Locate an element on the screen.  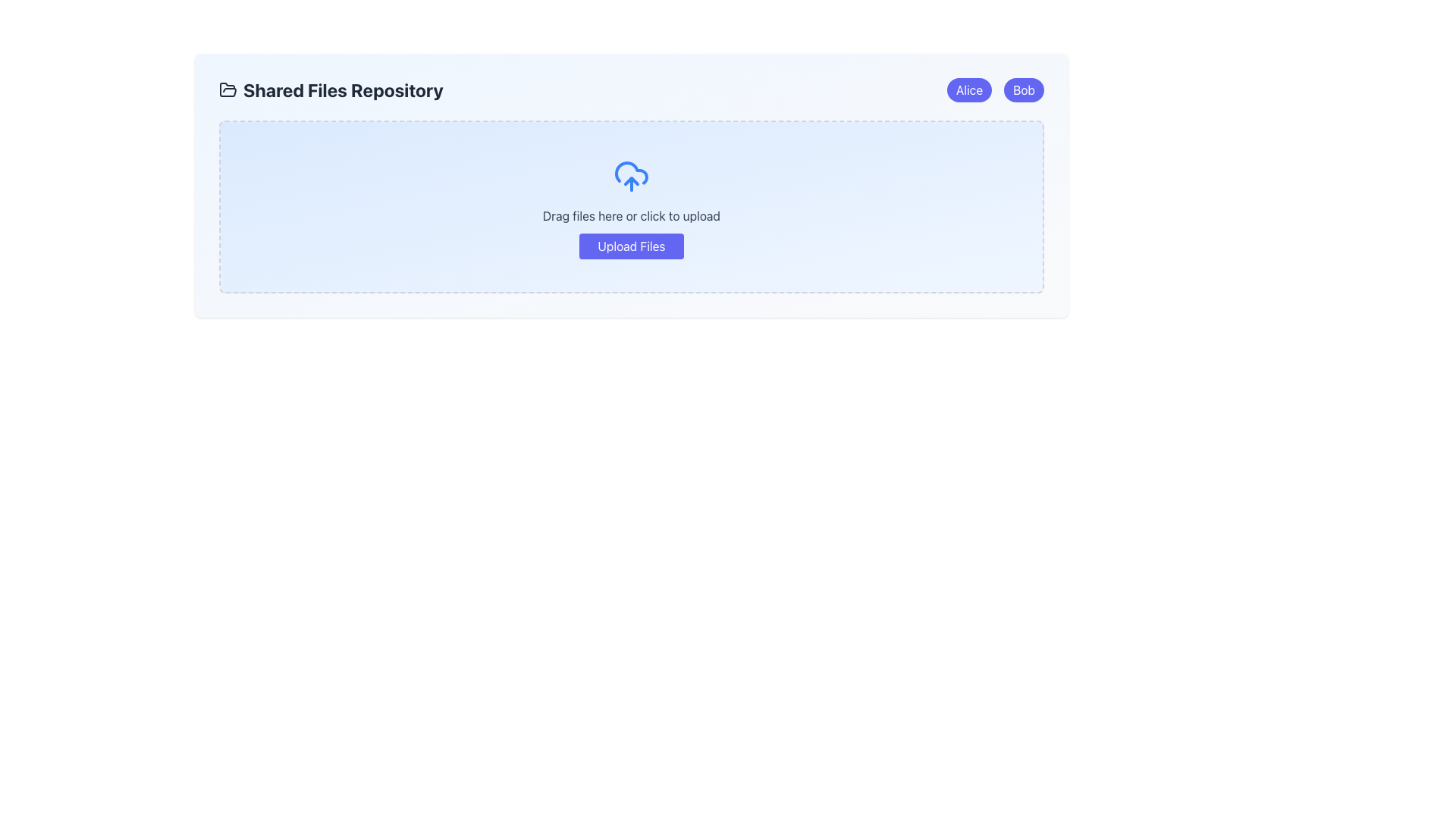
the button located to the right of the 'Alice' button, which serves as a clickable tag or selection option is located at coordinates (1024, 90).